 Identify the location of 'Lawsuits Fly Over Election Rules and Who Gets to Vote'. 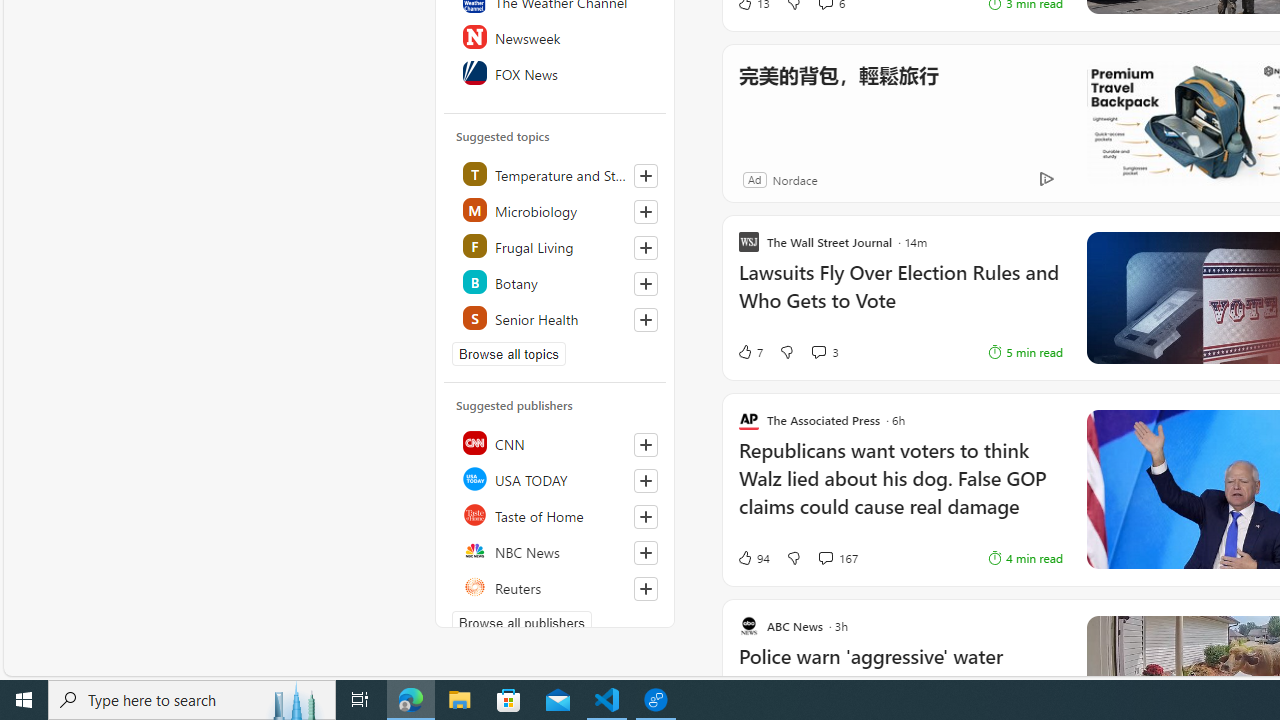
(899, 297).